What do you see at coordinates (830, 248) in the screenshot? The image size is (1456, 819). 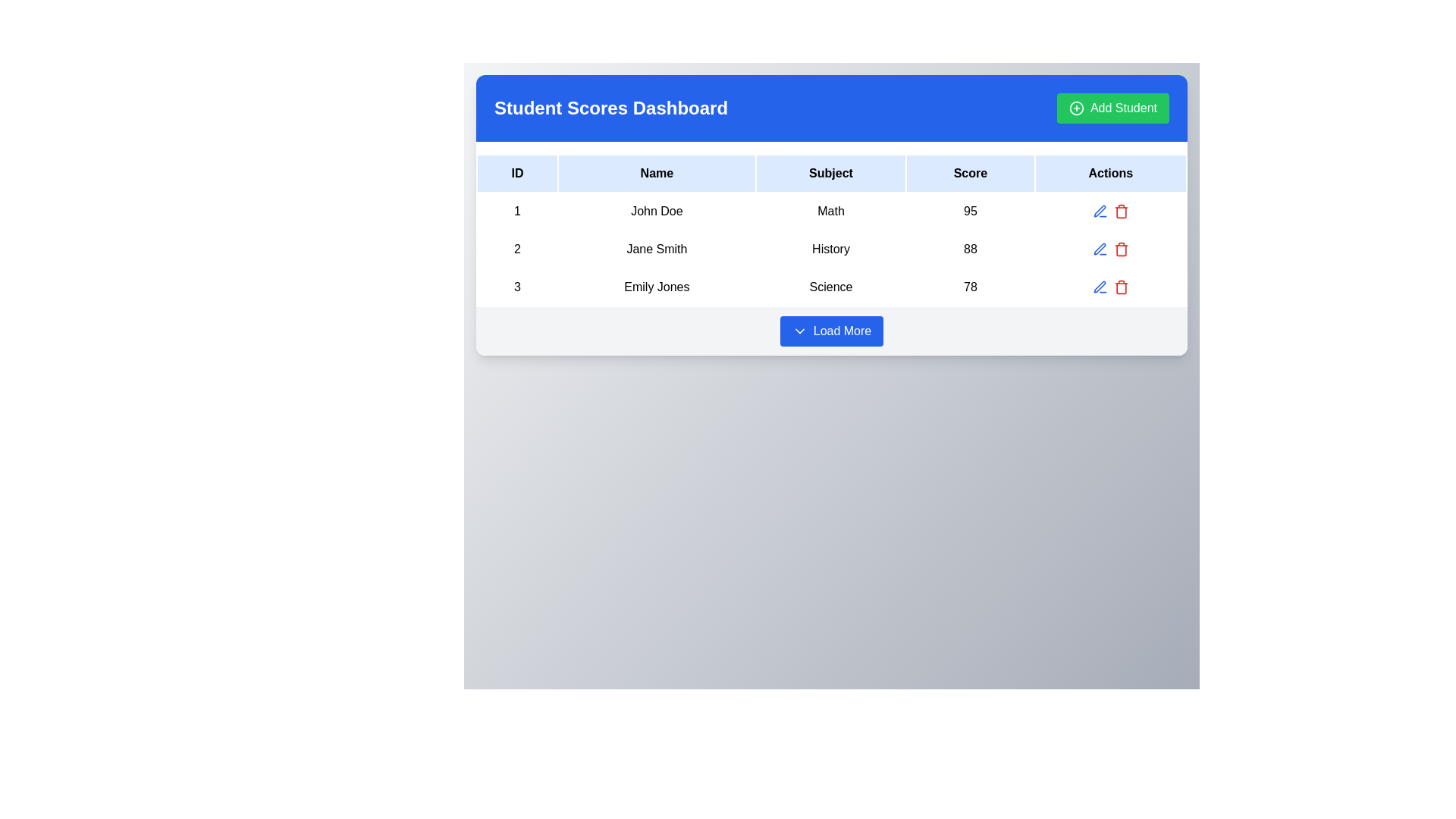 I see `the static text field displaying the subject data in the third column of the second row of the table, which is located between 'Jane Smith' and '88'` at bounding box center [830, 248].